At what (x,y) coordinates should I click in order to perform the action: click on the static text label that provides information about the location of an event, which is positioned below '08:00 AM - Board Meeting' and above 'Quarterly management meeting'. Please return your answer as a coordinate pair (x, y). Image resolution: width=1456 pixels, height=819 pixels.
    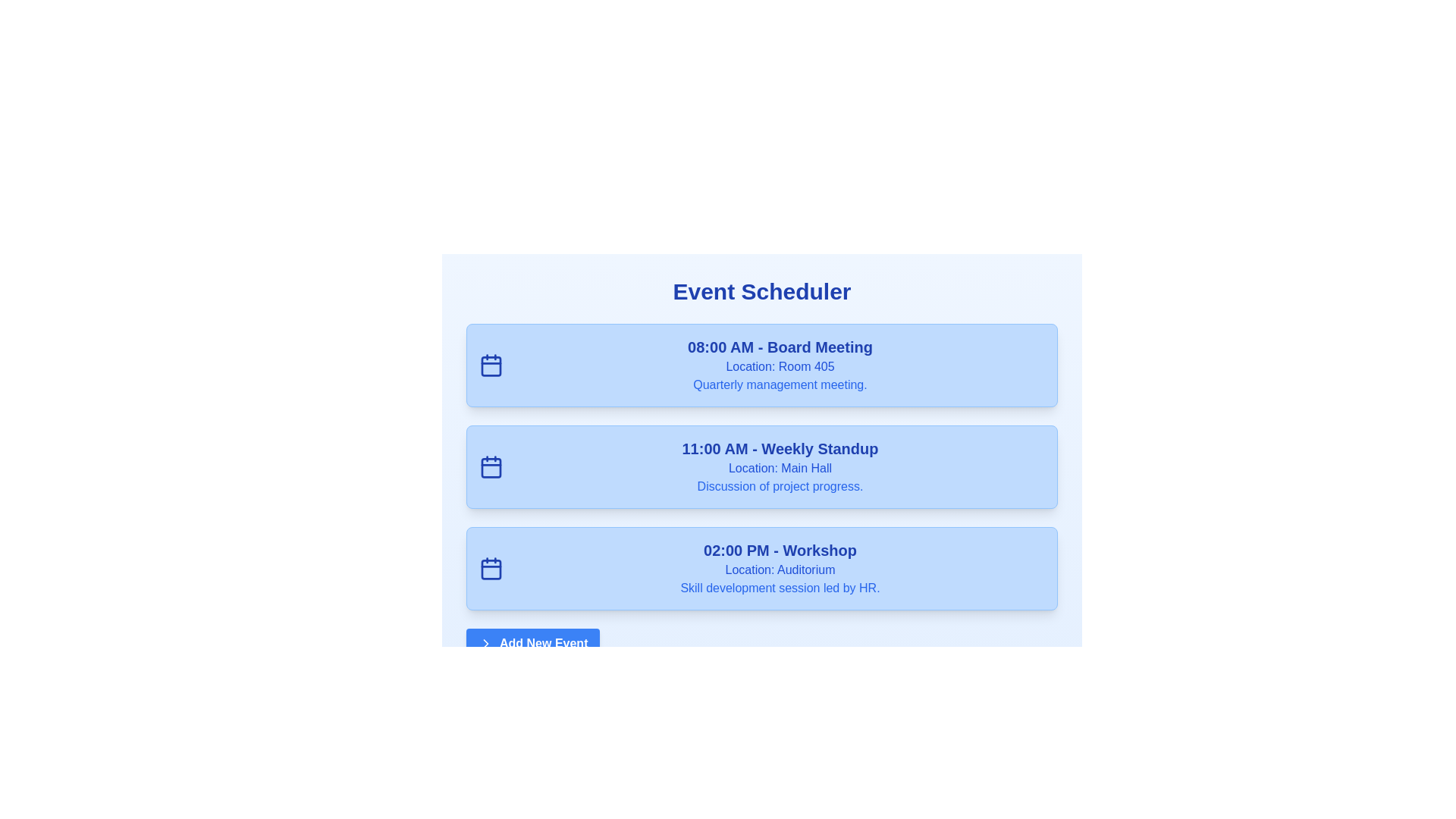
    Looking at the image, I should click on (780, 366).